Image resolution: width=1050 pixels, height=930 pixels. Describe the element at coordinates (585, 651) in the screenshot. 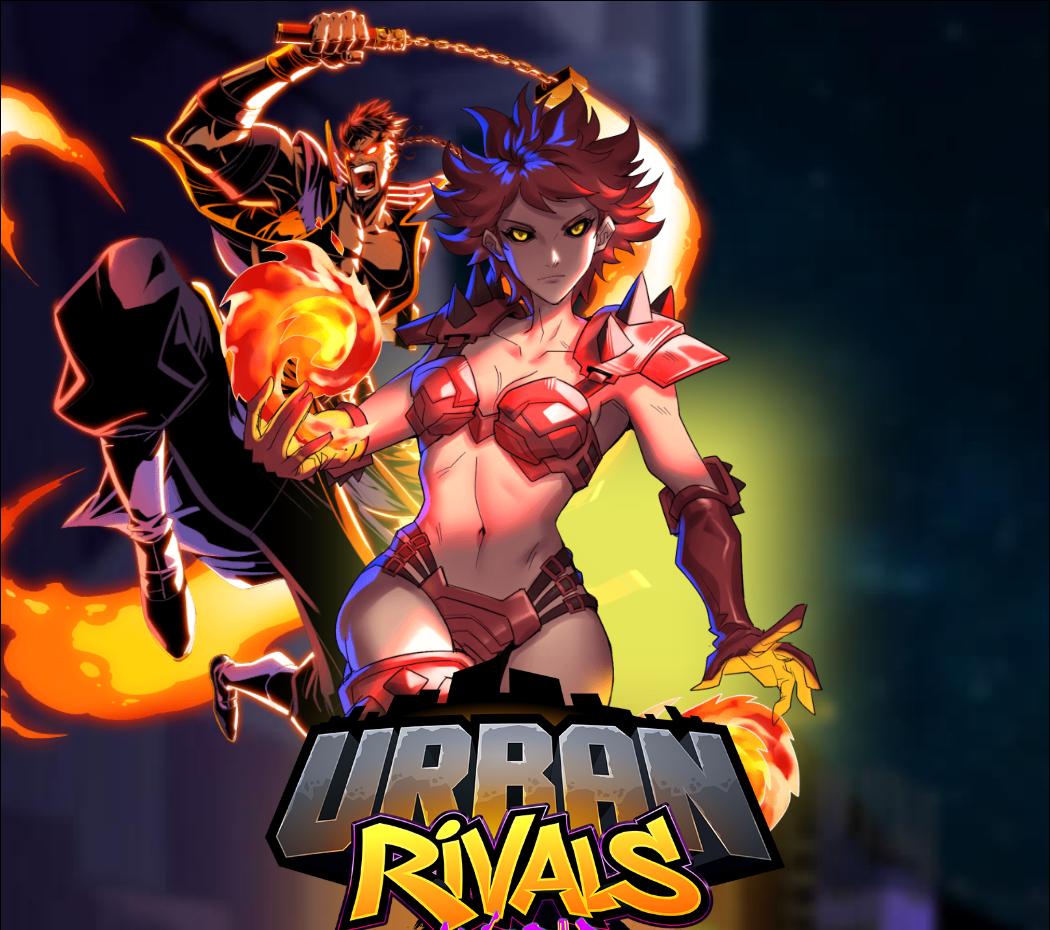

I see `'The SENTINEL forces of law and order, the ALL STARS' athletes, the HURACAN luchadores, the RESCUE medical staff, the FANG PI CLANG martial art specialists and the LA JUNTA soldiers are the muscle defending the city!'` at that location.